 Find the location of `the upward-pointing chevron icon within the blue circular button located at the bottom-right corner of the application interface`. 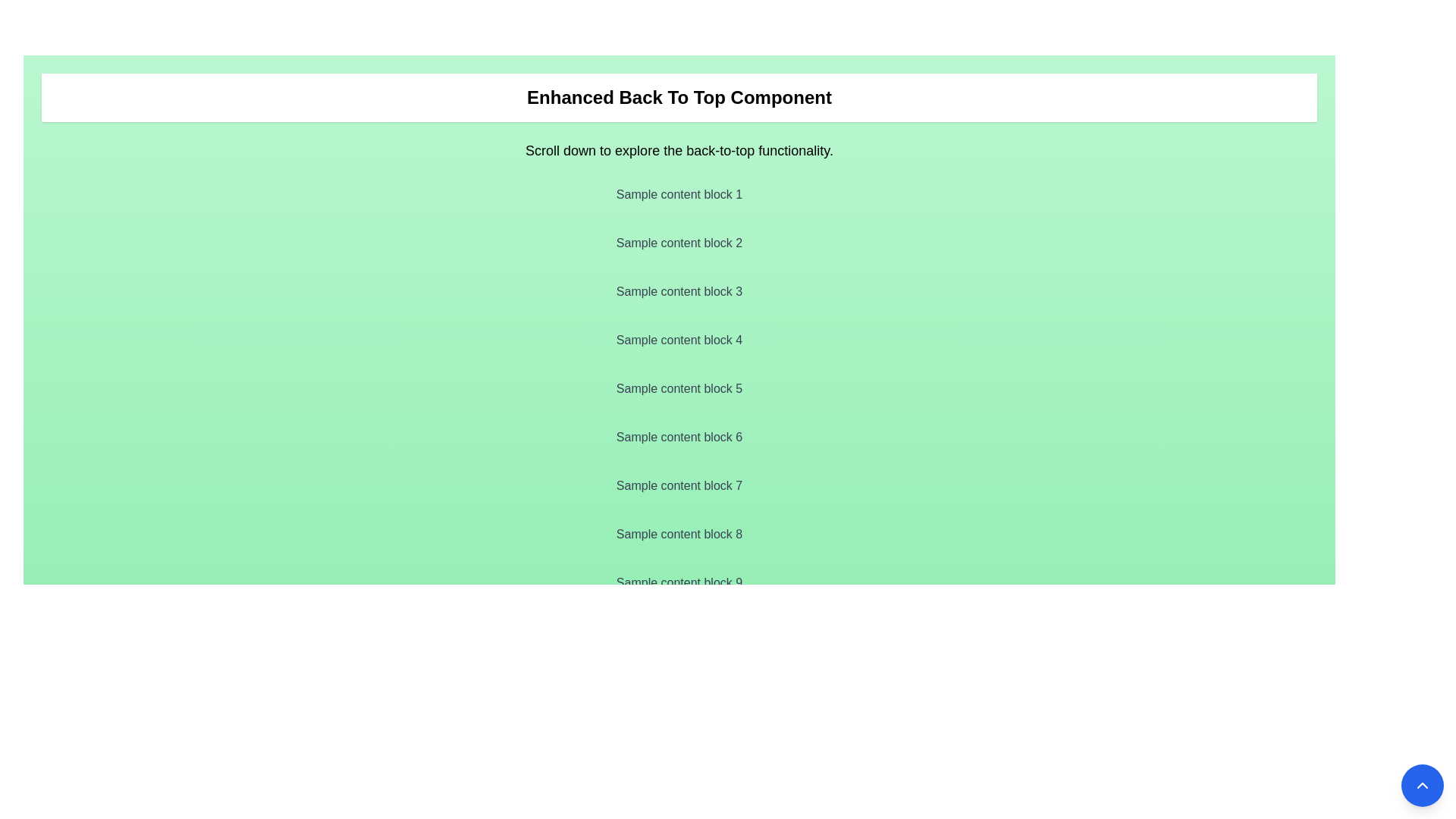

the upward-pointing chevron icon within the blue circular button located at the bottom-right corner of the application interface is located at coordinates (1422, 785).